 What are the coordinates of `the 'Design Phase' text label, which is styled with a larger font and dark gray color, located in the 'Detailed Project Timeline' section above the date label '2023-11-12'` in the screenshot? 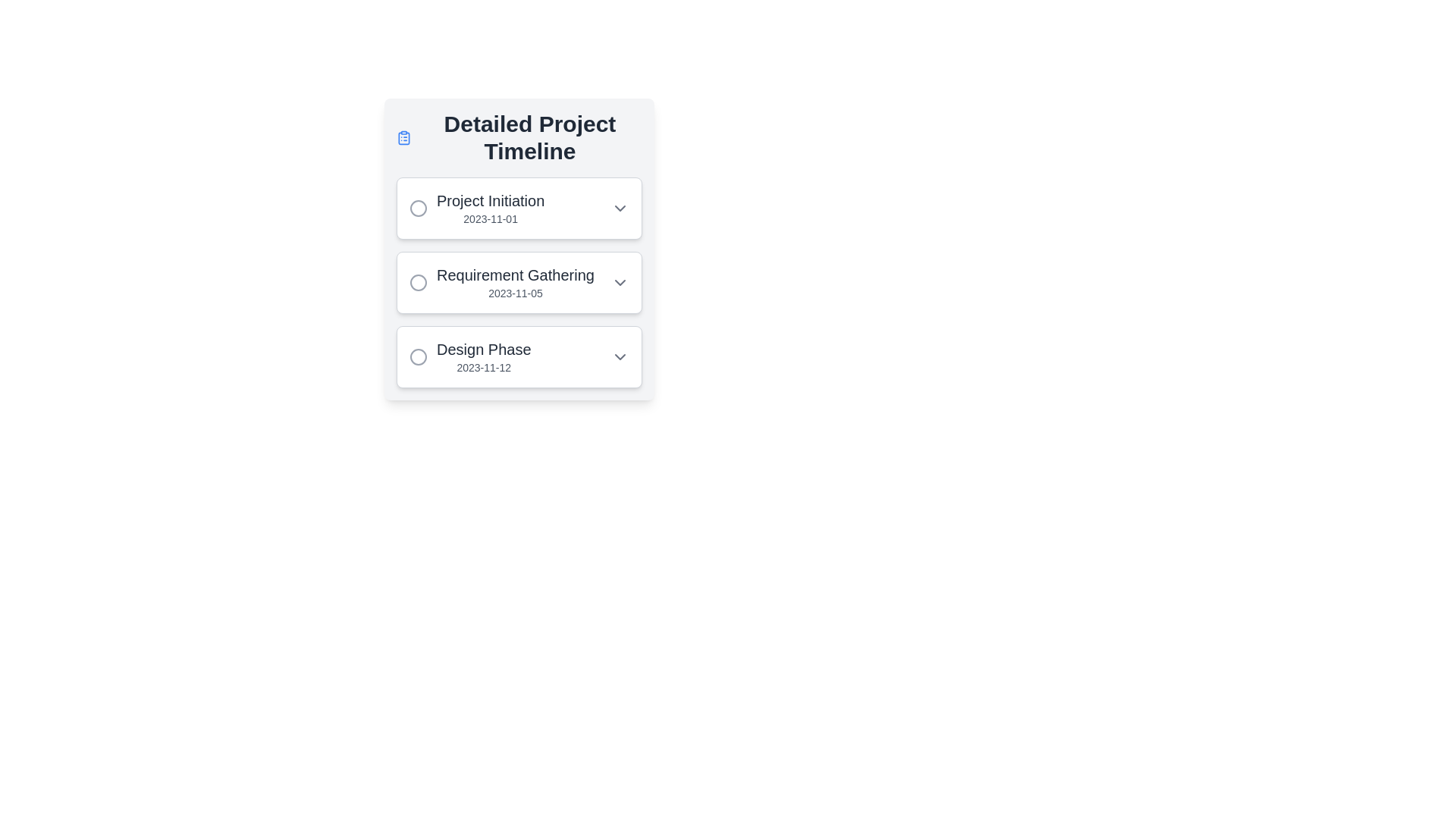 It's located at (483, 350).